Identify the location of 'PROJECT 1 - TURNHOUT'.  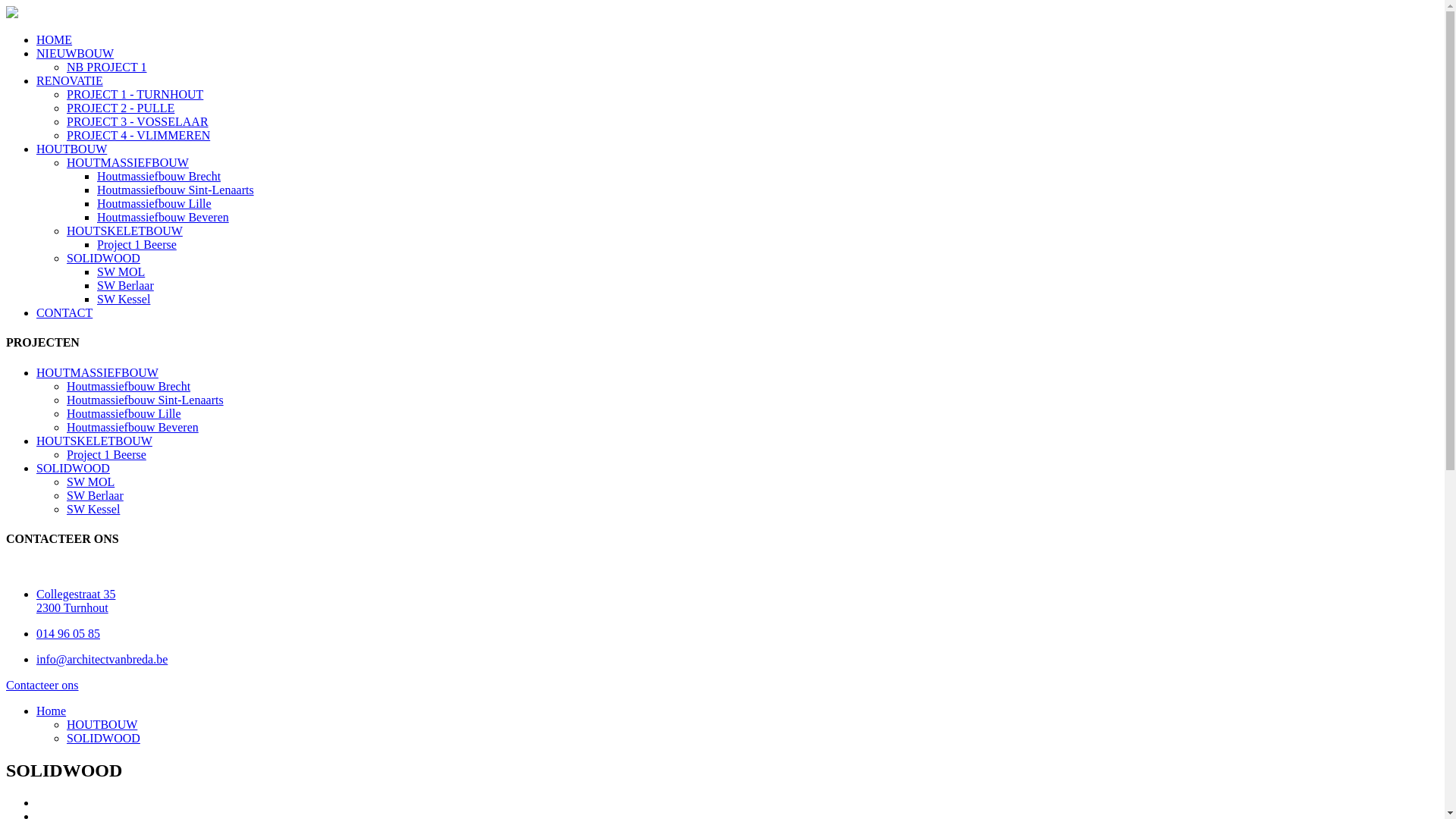
(65, 94).